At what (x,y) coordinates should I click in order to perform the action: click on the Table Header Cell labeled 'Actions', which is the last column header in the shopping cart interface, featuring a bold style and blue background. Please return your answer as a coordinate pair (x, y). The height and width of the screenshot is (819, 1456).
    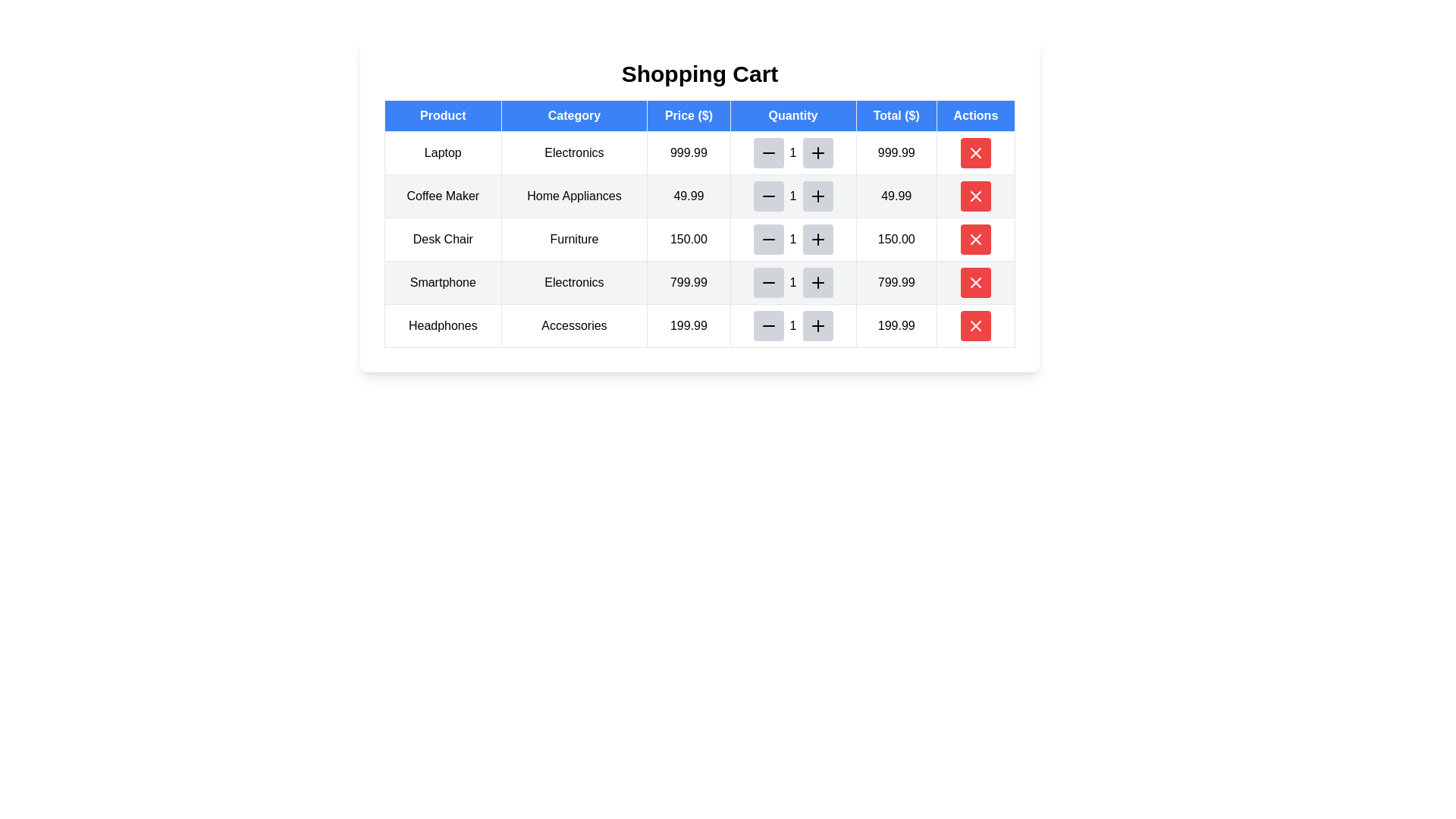
    Looking at the image, I should click on (975, 115).